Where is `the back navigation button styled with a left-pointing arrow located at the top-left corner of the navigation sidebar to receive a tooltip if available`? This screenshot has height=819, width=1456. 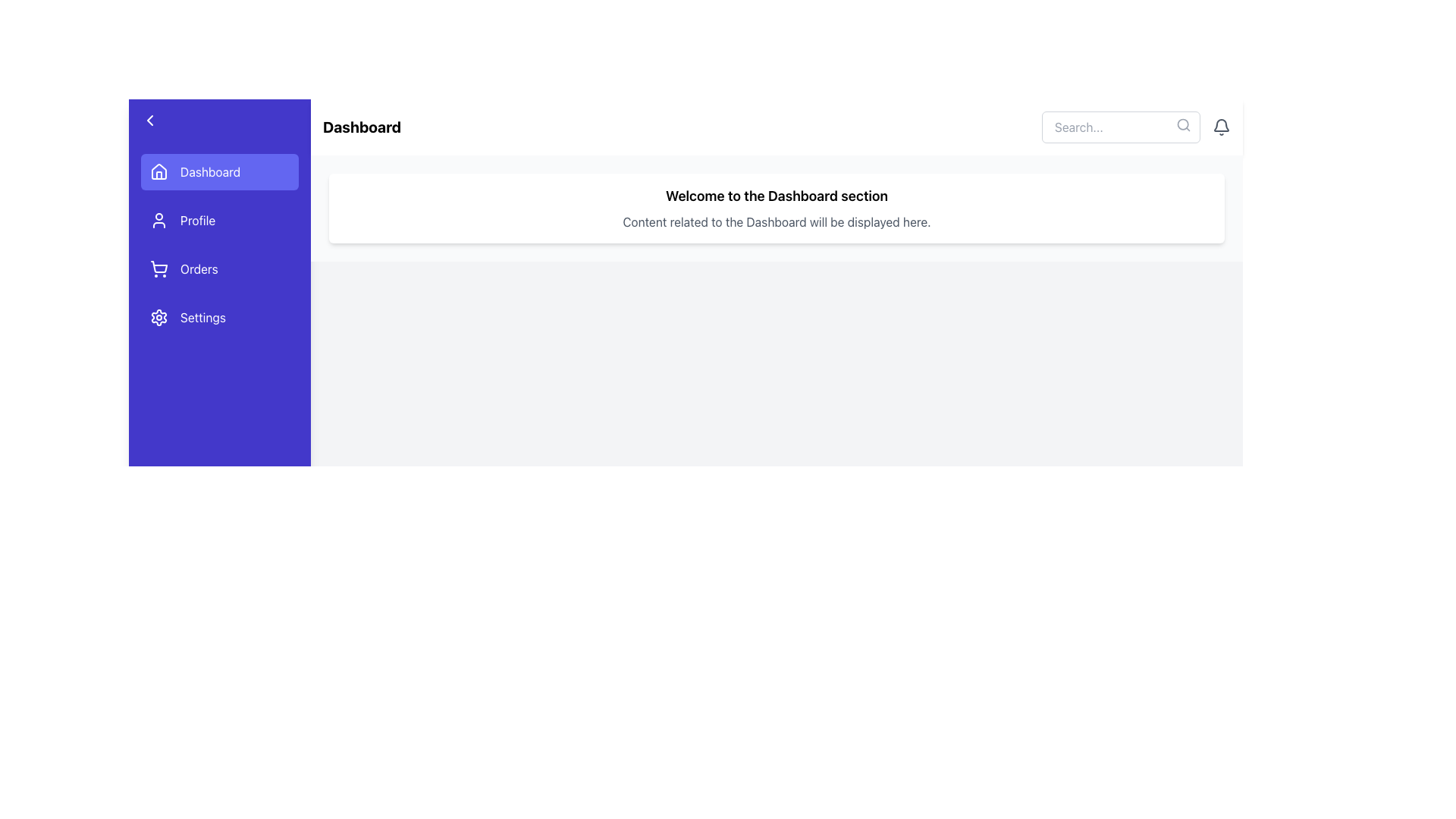
the back navigation button styled with a left-pointing arrow located at the top-left corner of the navigation sidebar to receive a tooltip if available is located at coordinates (218, 119).